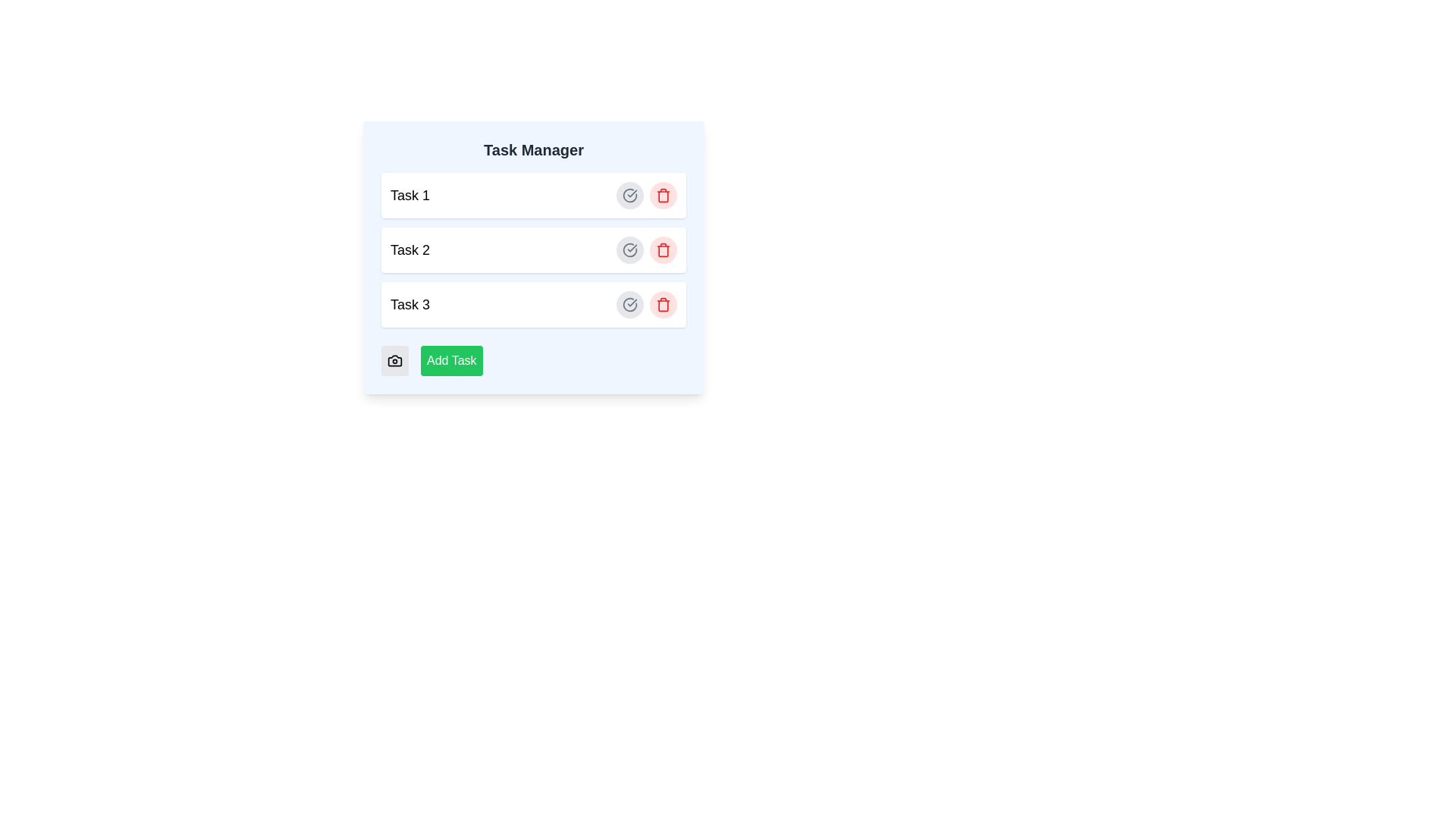 The image size is (1456, 819). What do you see at coordinates (534, 249) in the screenshot?
I see `the second task item labeled 'Task 2' in the task management interface of the 'Task Manager'` at bounding box center [534, 249].